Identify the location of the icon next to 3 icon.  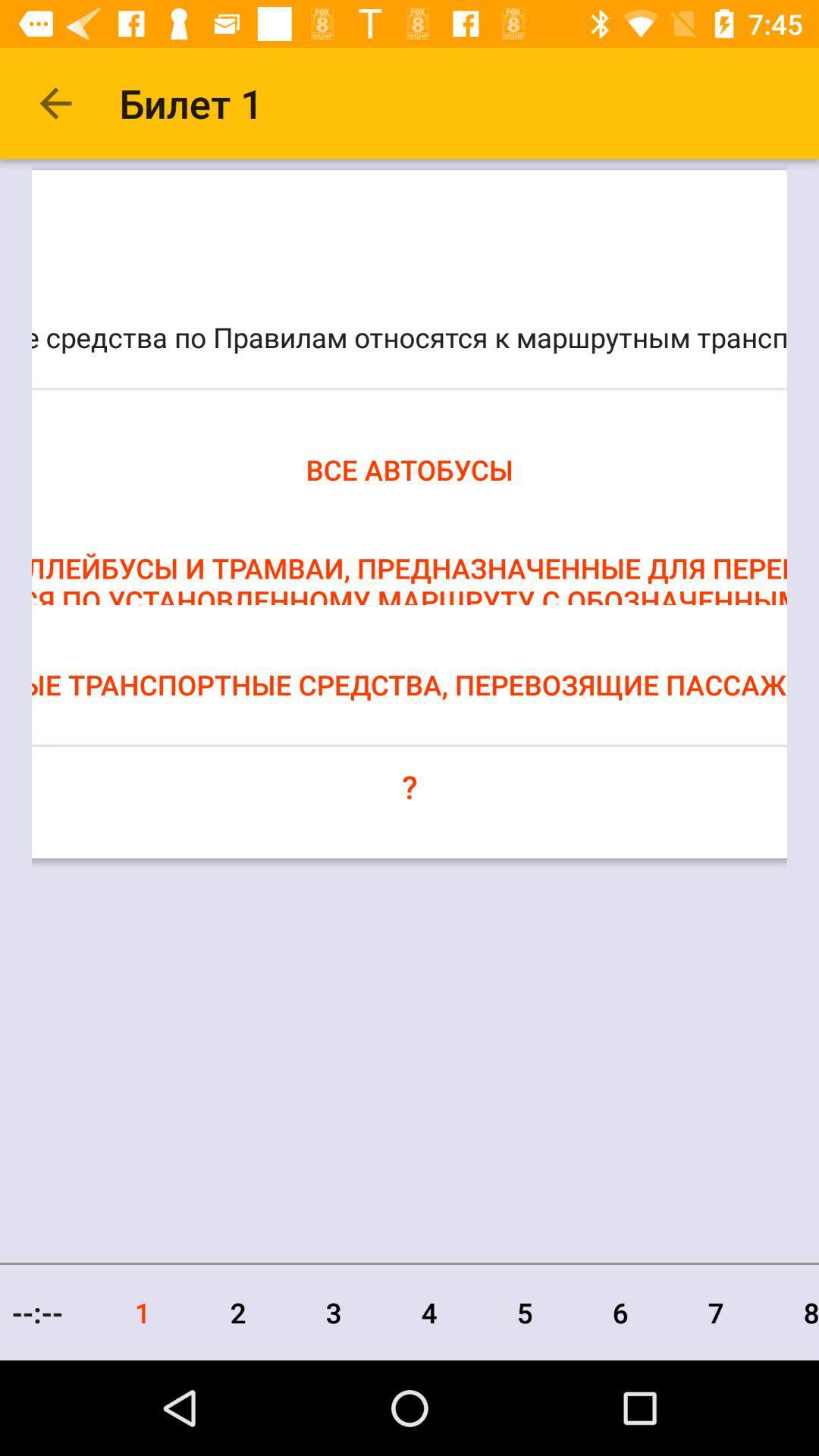
(238, 1312).